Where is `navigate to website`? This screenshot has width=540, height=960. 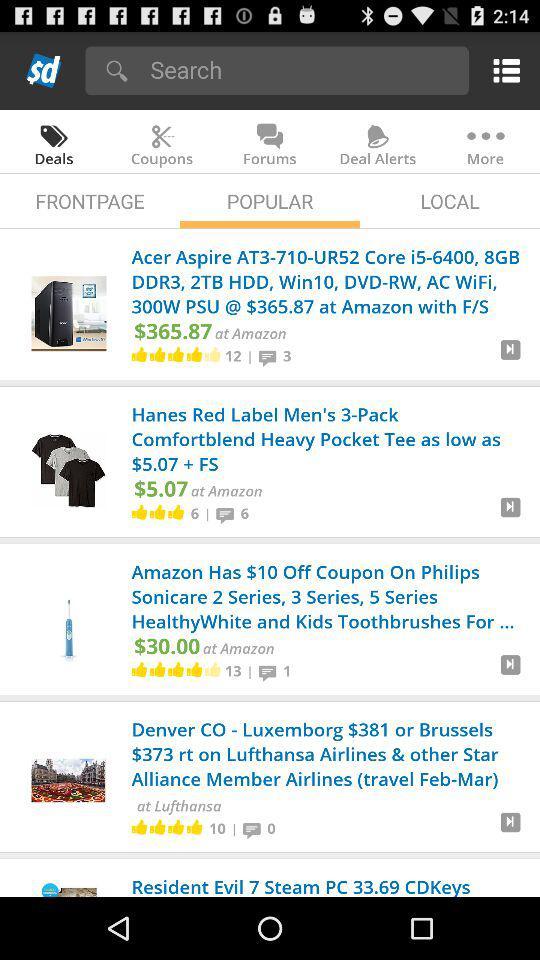 navigate to website is located at coordinates (510, 672).